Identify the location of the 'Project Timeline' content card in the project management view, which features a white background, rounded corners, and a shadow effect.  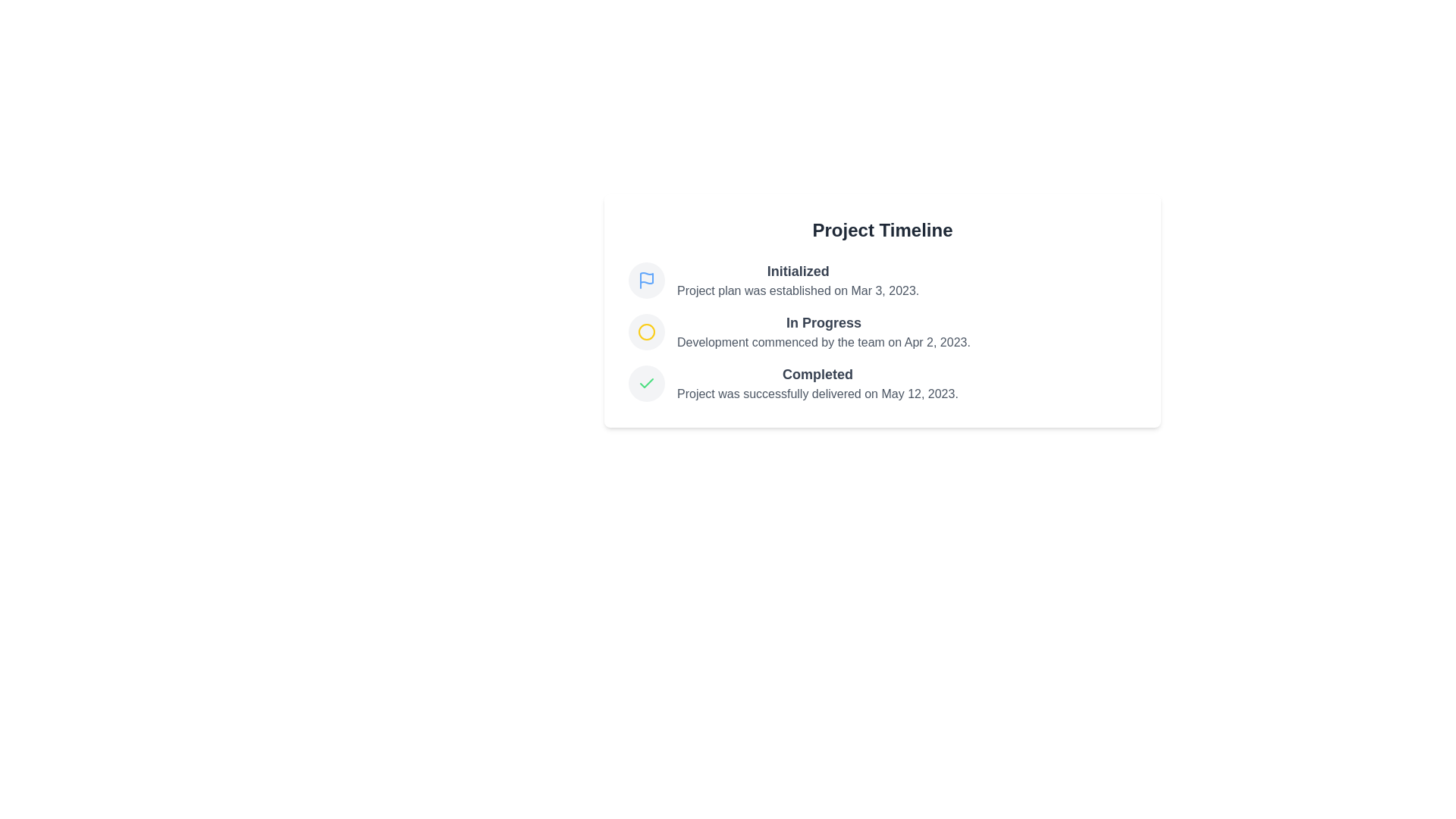
(882, 309).